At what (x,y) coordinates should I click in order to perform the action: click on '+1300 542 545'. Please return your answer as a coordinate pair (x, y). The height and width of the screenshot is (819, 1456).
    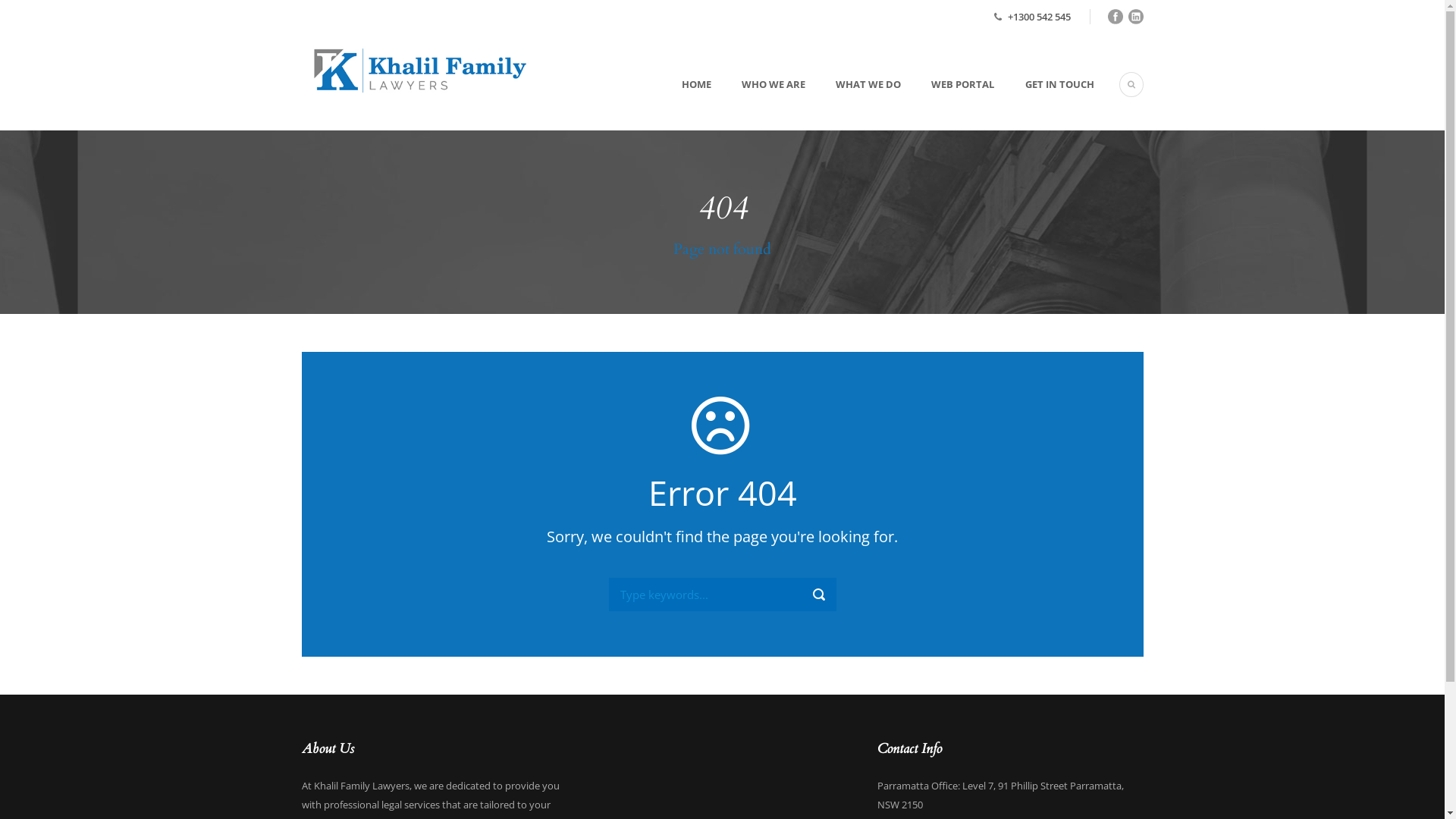
    Looking at the image, I should click on (1037, 17).